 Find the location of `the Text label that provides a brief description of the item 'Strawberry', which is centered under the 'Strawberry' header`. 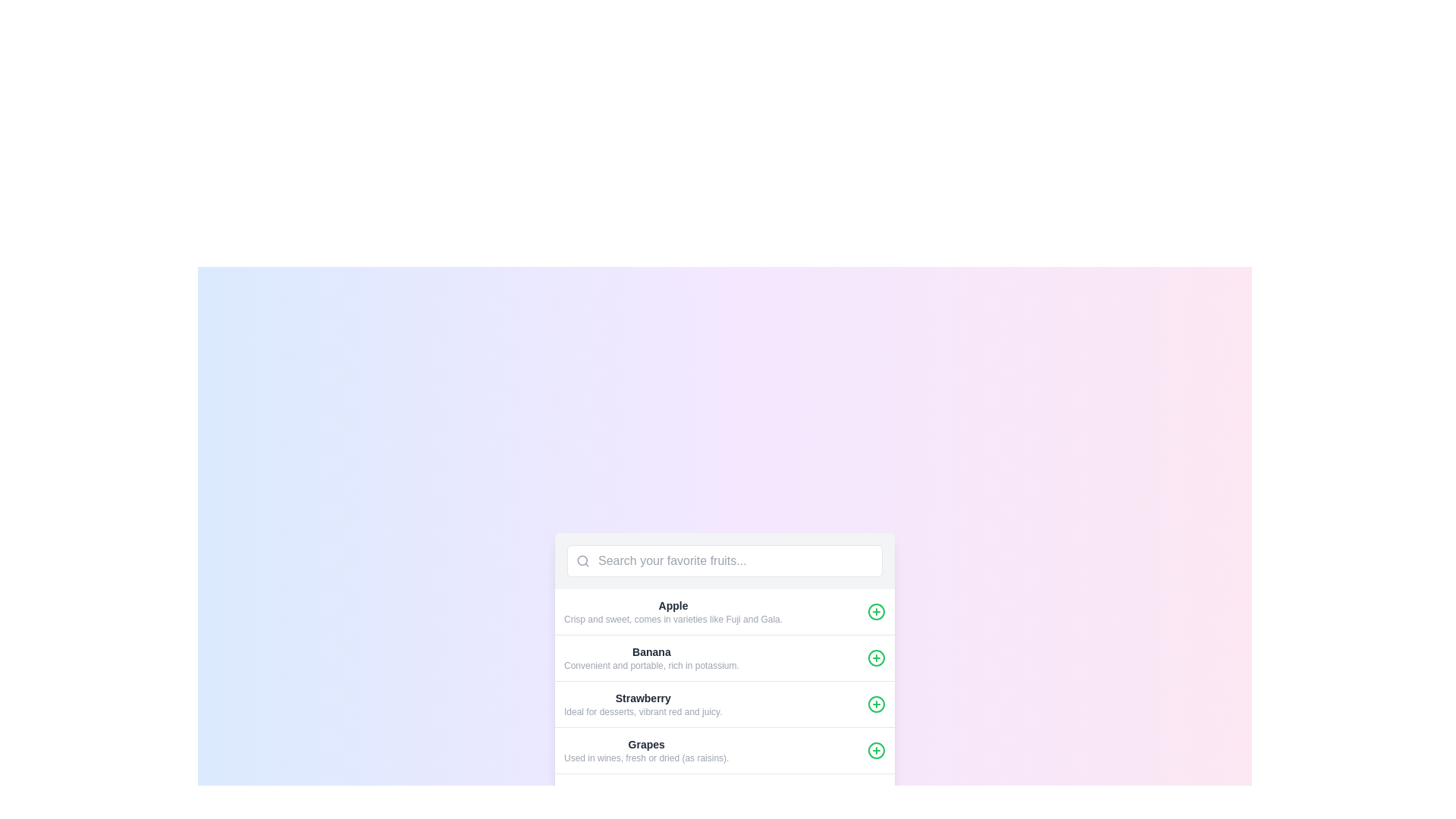

the Text label that provides a brief description of the item 'Strawberry', which is centered under the 'Strawberry' header is located at coordinates (643, 711).